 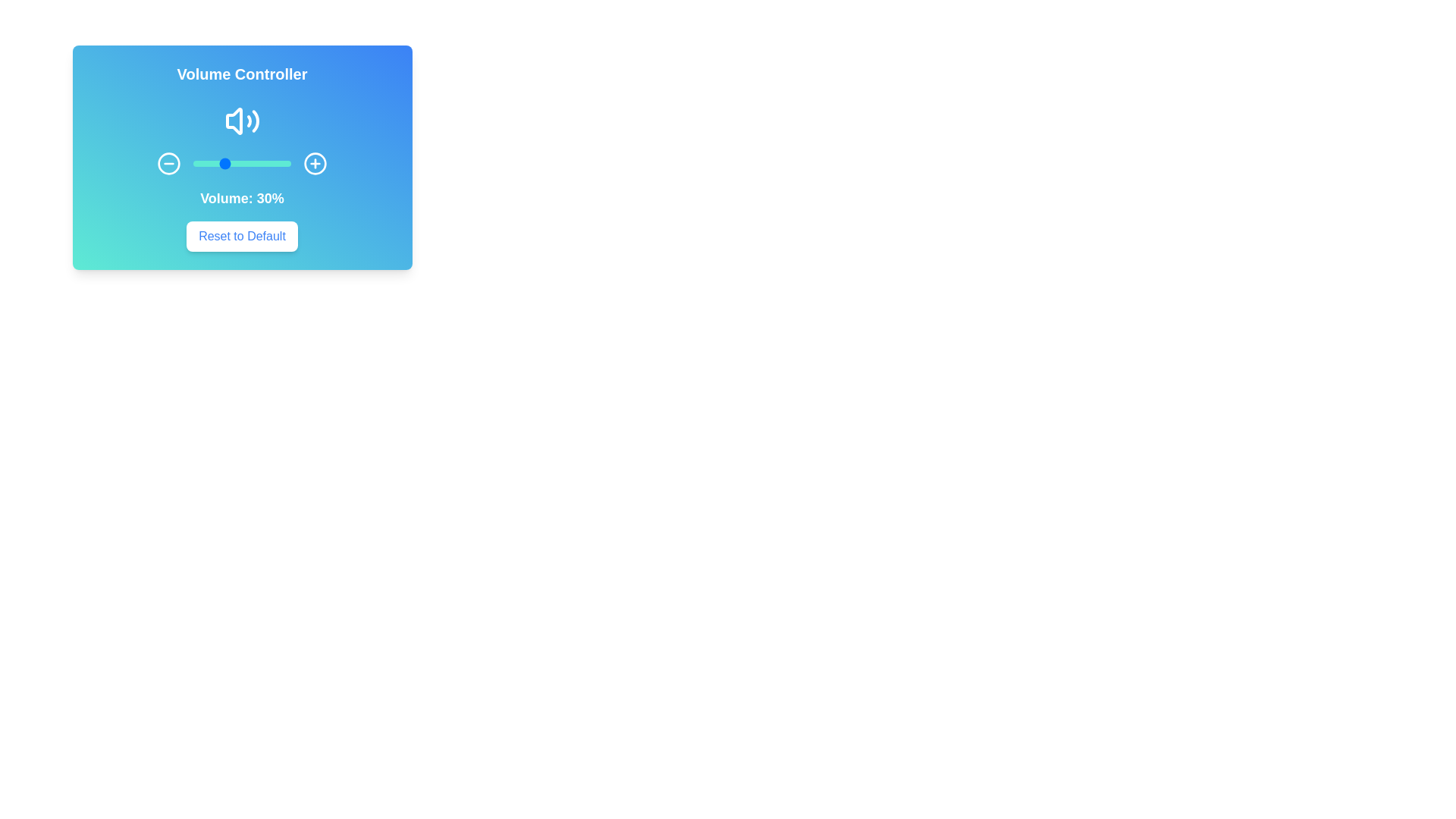 I want to click on the volume slider to 57%, so click(x=249, y=164).